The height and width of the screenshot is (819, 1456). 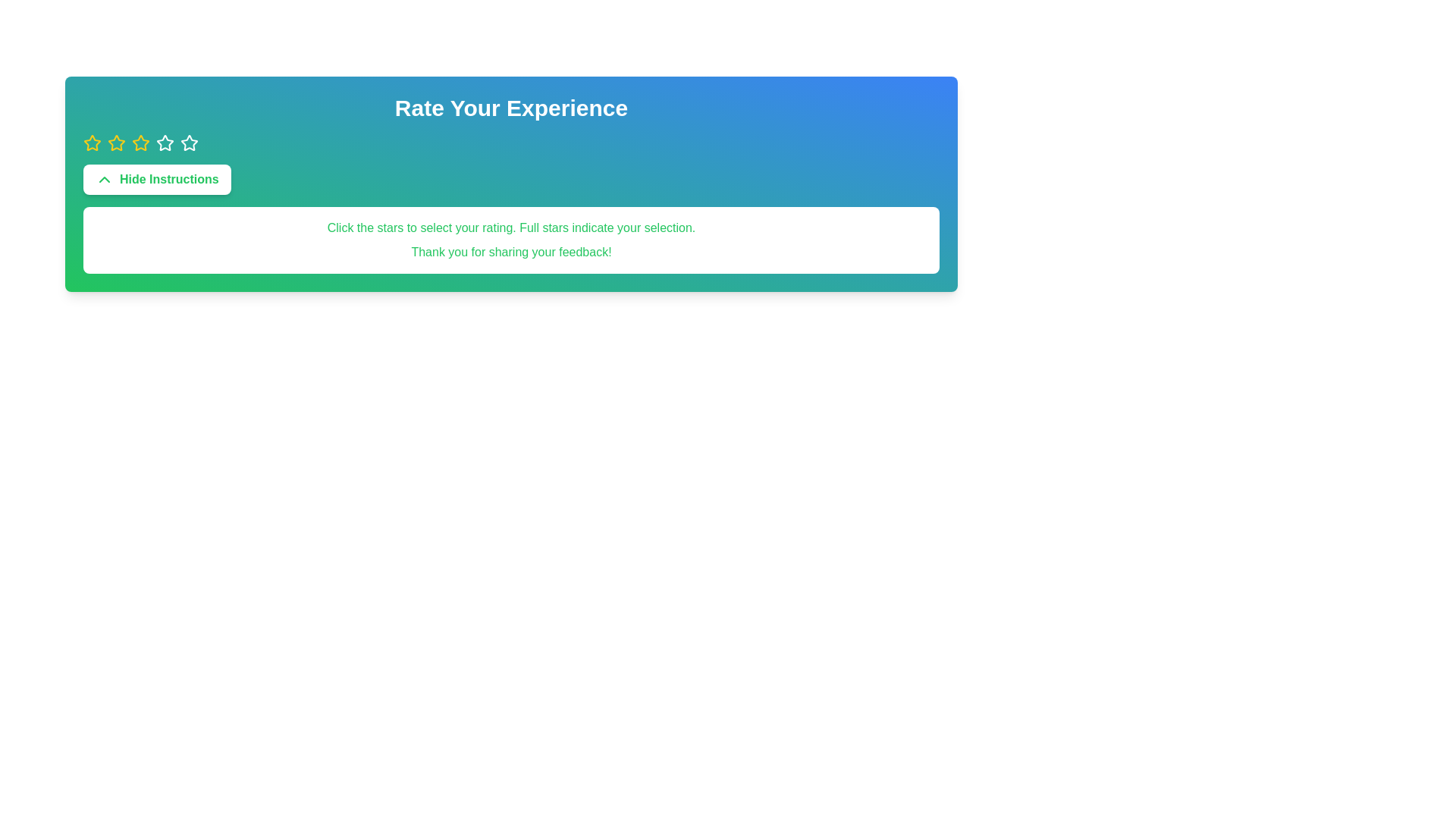 What do you see at coordinates (115, 143) in the screenshot?
I see `the second star icon in the five-star rating system to set the rating to two stars` at bounding box center [115, 143].